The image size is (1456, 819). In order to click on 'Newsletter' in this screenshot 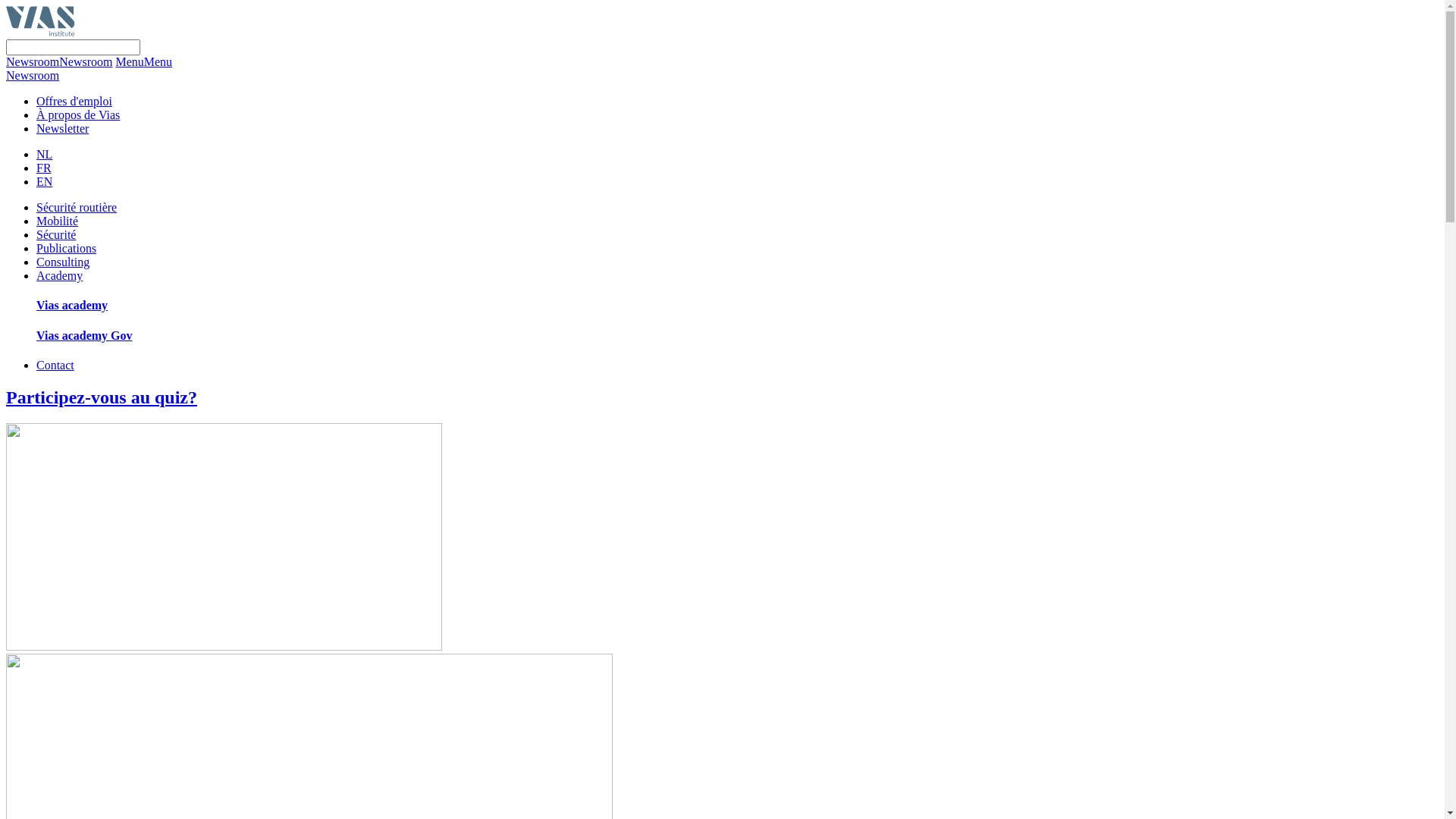, I will do `click(61, 127)`.